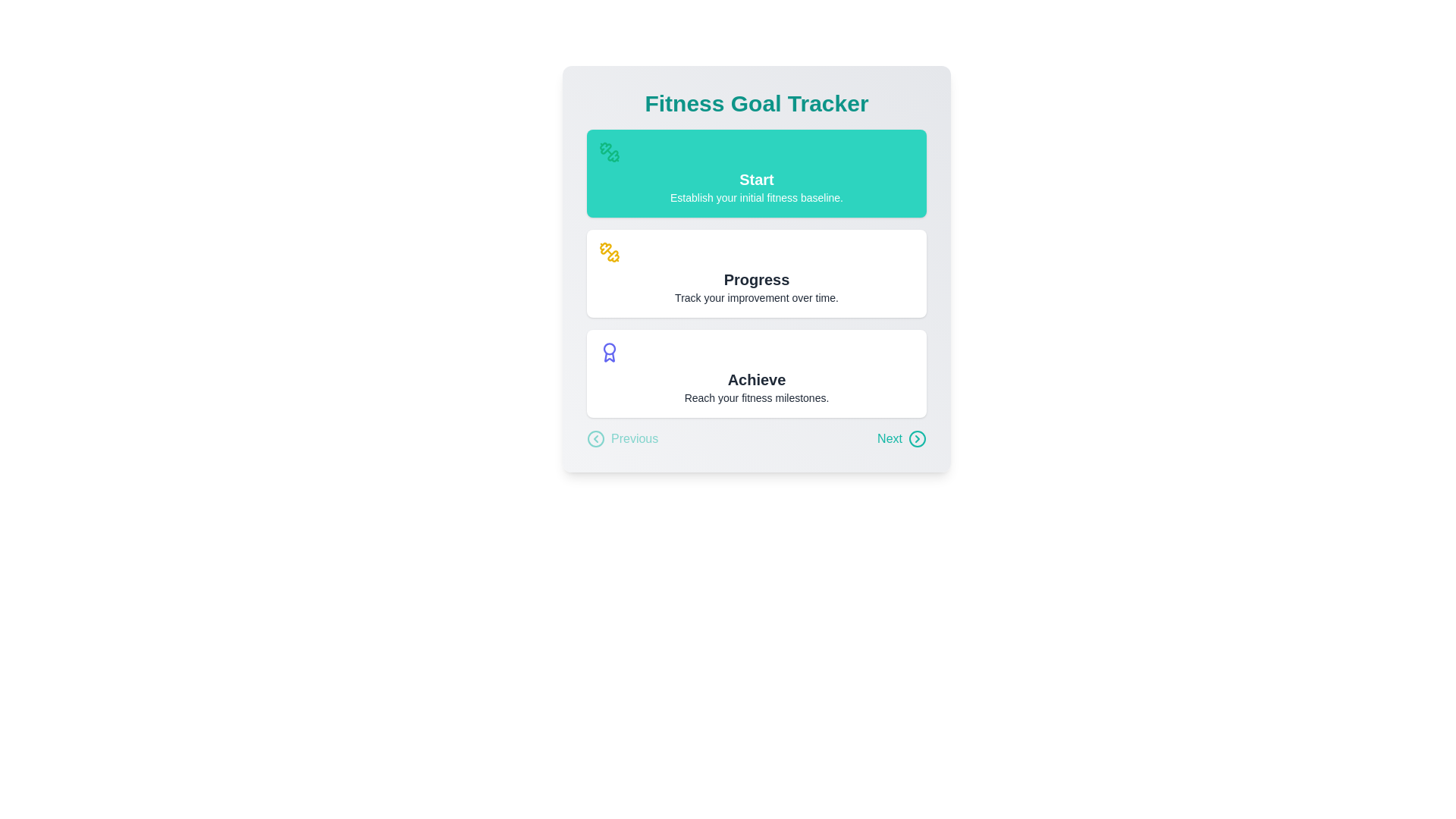  Describe the element at coordinates (635, 438) in the screenshot. I see `the static text label indicating the availability of a previous step in the navigation bar located at the bottom right of a left-pointing chevron icon` at that location.